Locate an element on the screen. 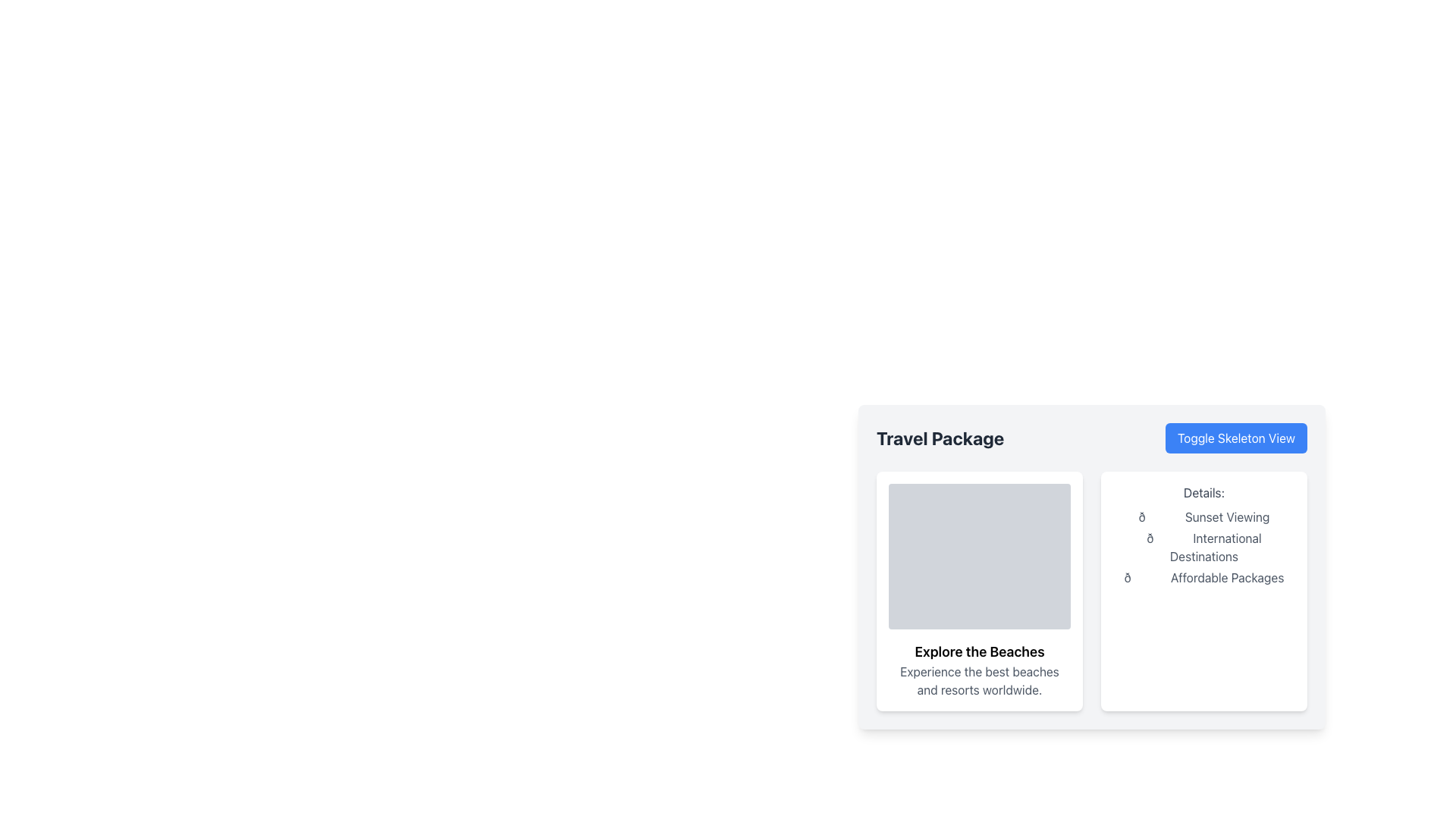 The image size is (1456, 819). the textual label reading 'ð🌍 International Destinations', which is styled in gray and is the second item in a vertically aligned list of items is located at coordinates (1203, 547).